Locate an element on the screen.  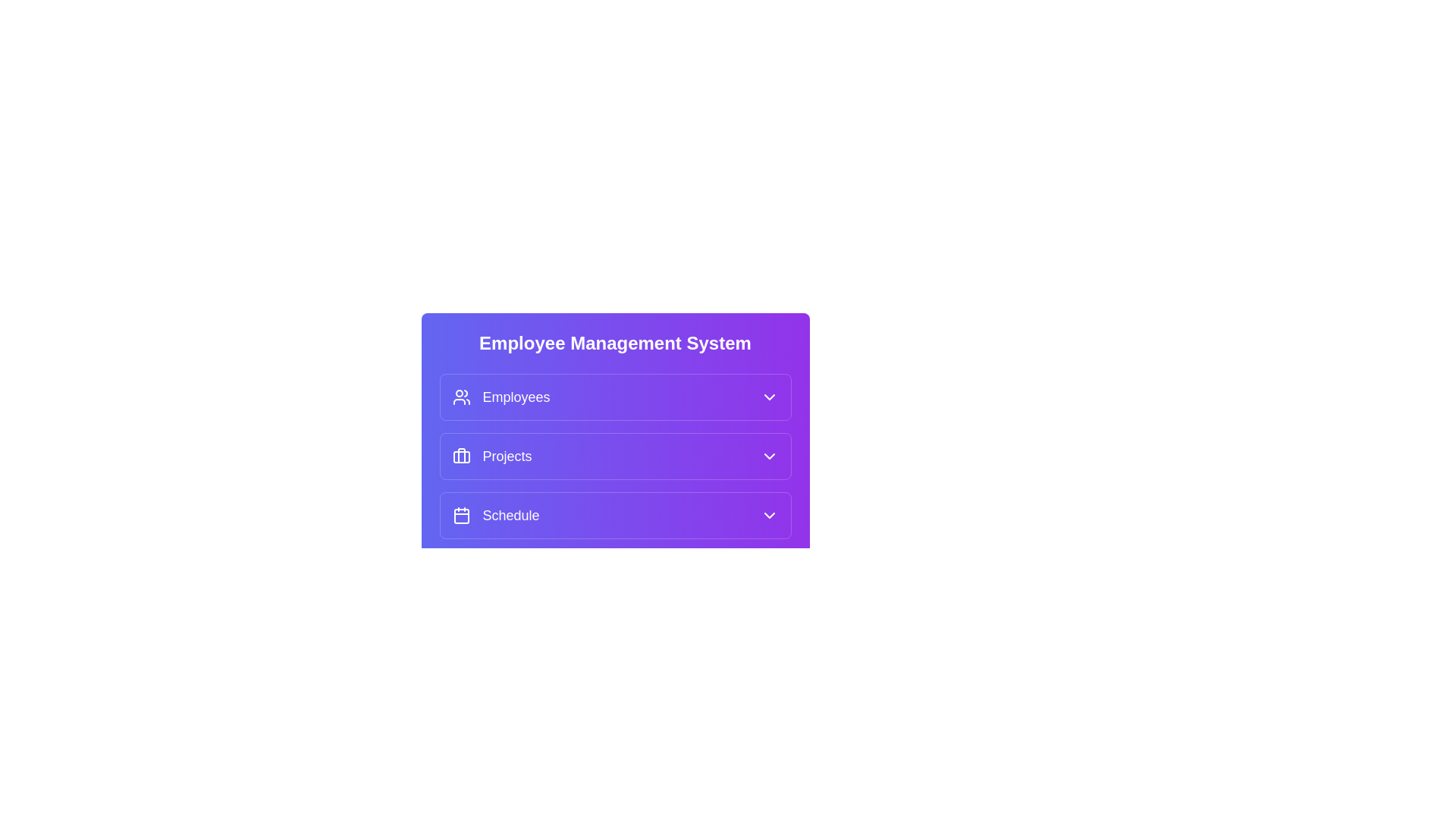
the first menu item under 'Employee Management System' is located at coordinates (615, 397).